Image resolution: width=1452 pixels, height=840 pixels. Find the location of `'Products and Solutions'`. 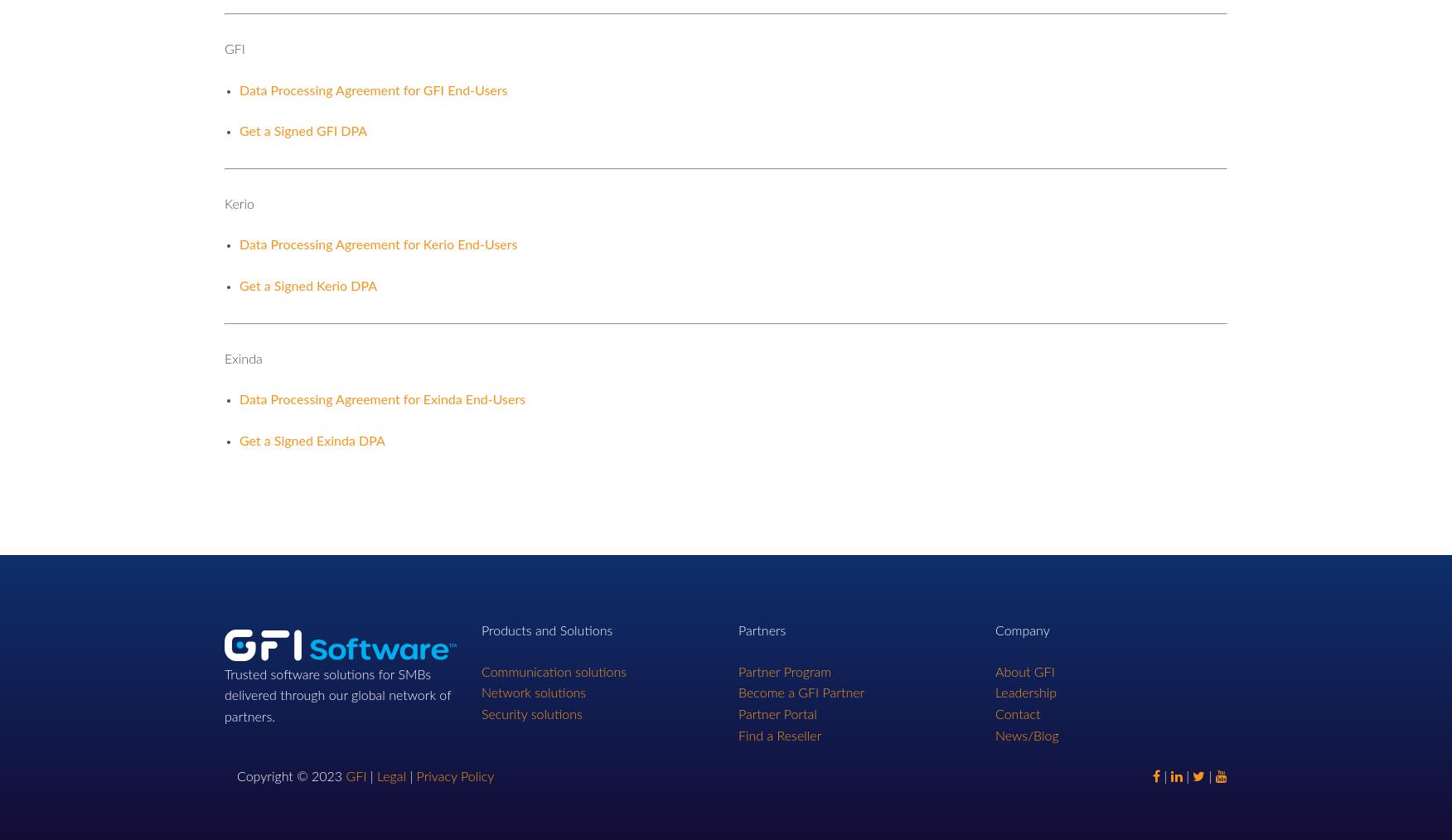

'Products and Solutions' is located at coordinates (480, 631).